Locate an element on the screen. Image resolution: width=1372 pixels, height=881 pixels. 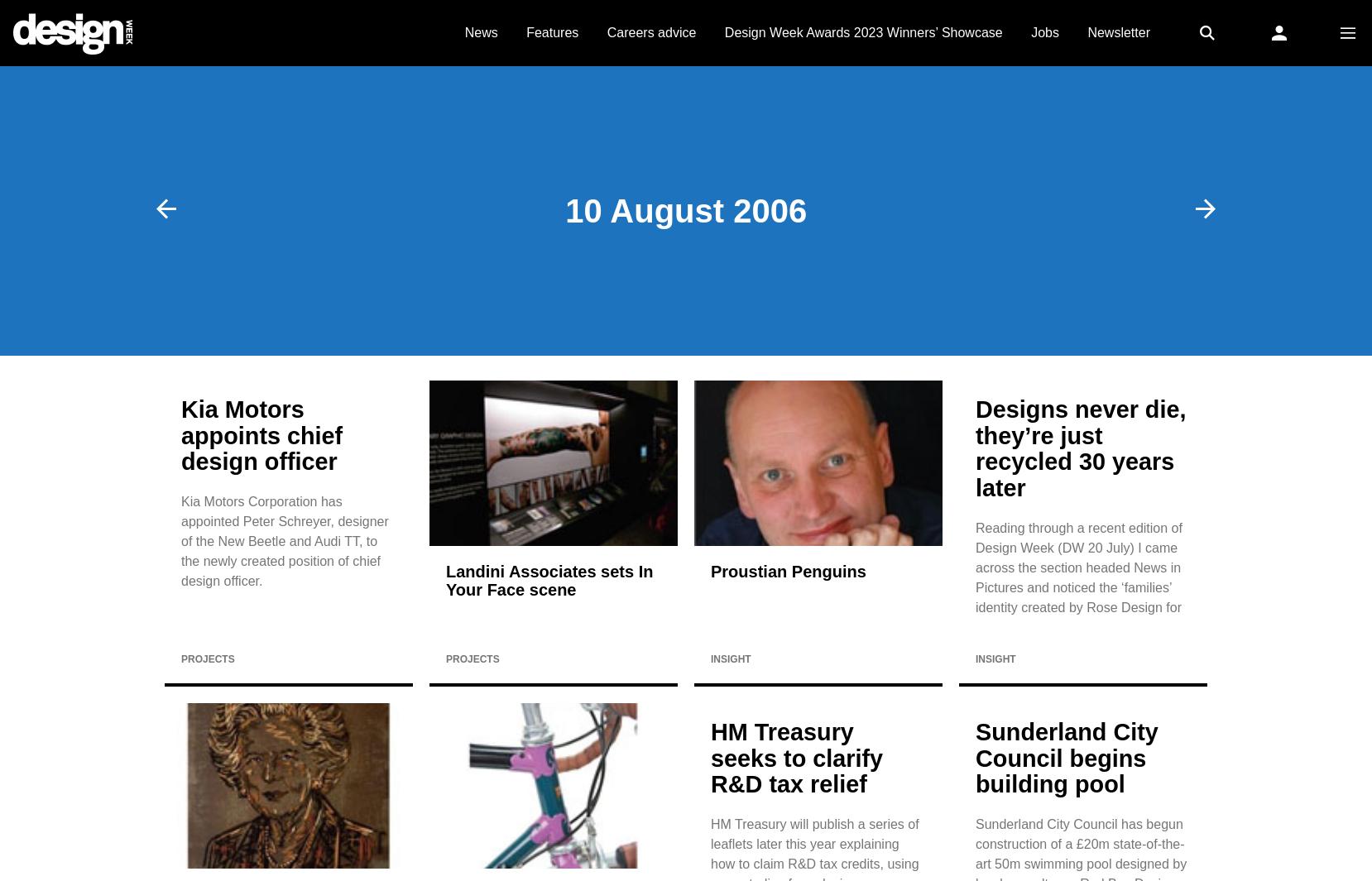
'Landini Associates sets In Your Face scene' is located at coordinates (549, 581).